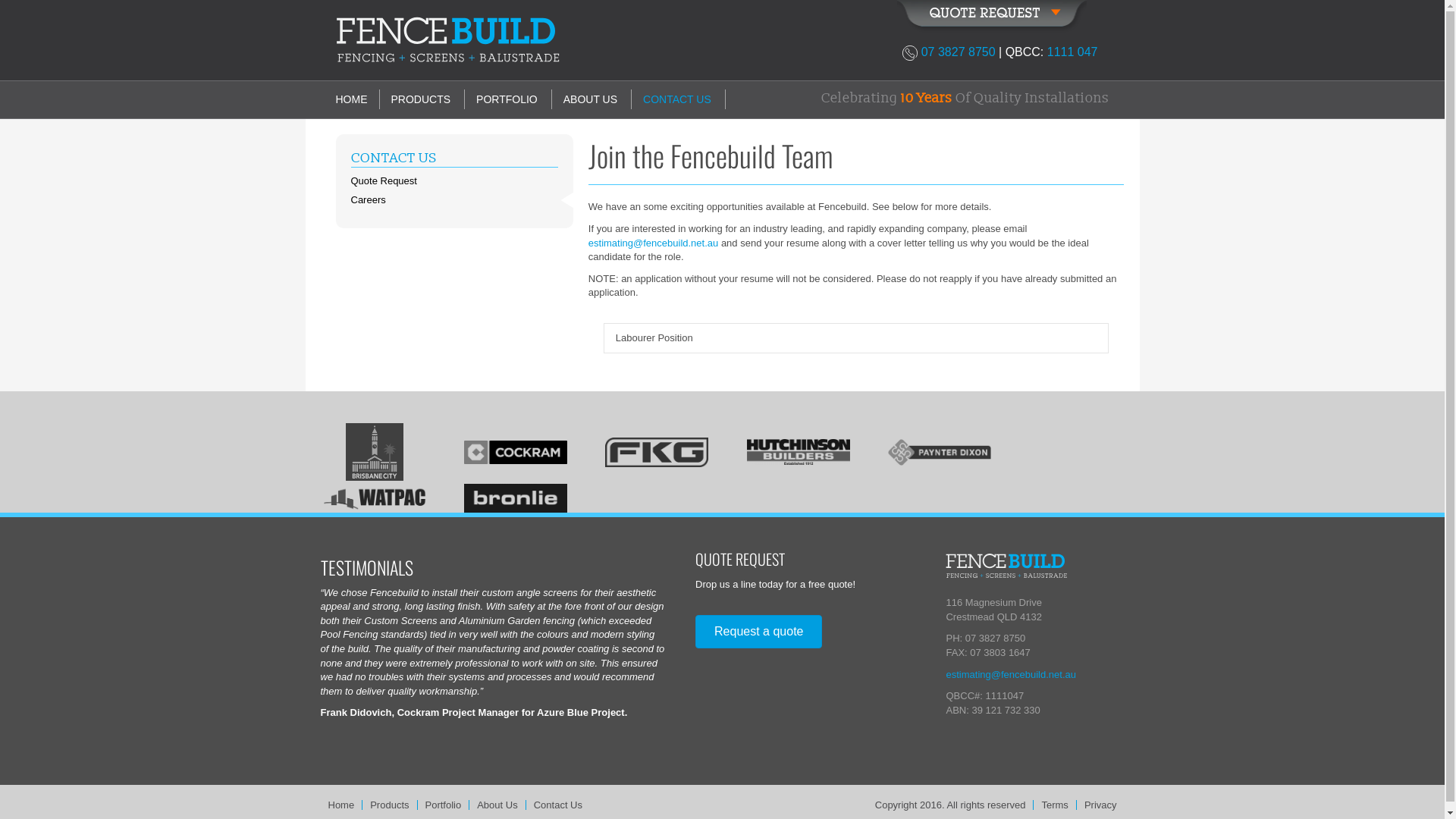  What do you see at coordinates (867, 804) in the screenshot?
I see `'Copyright 2016. All rights reserved'` at bounding box center [867, 804].